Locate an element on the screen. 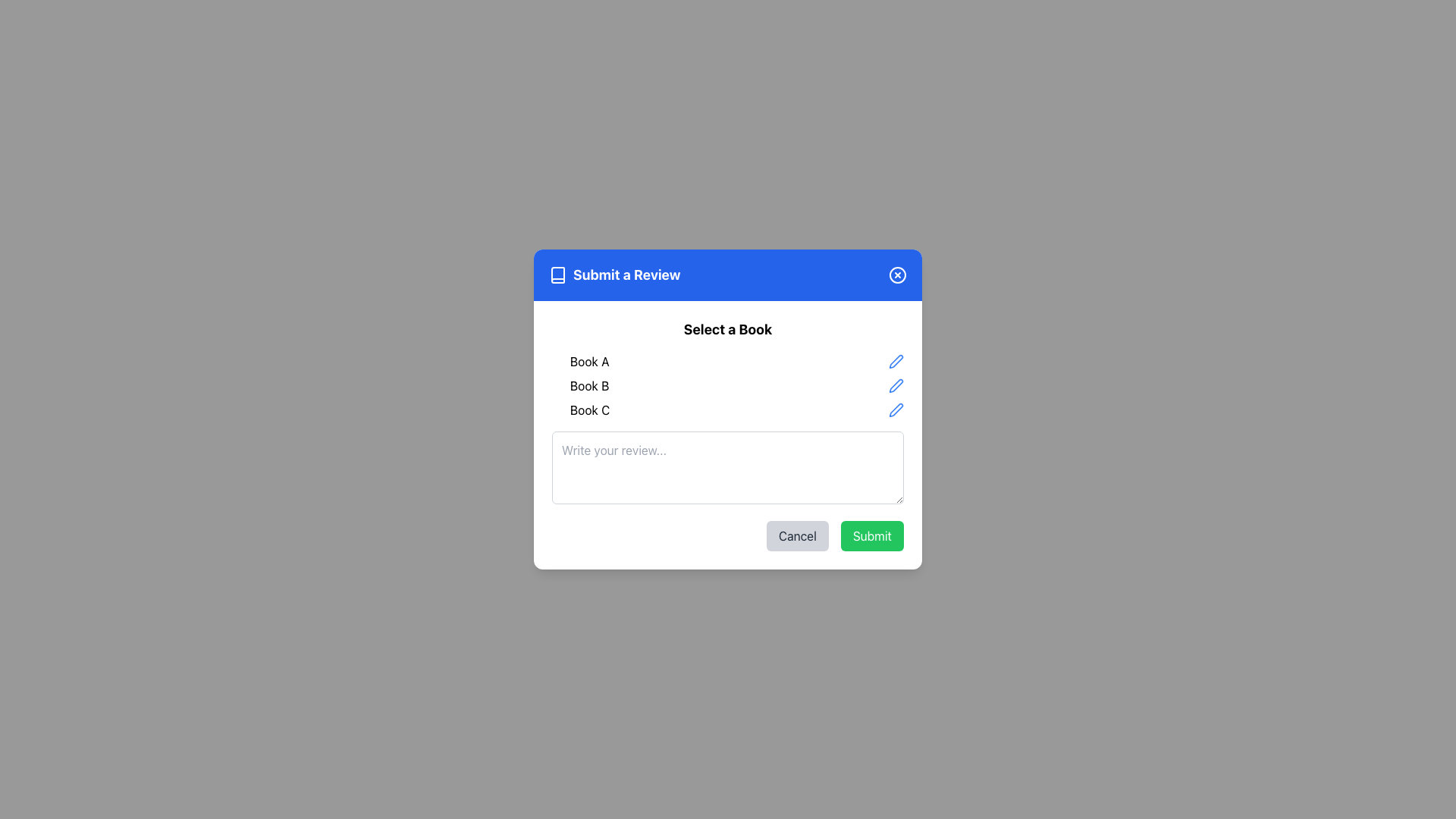 This screenshot has height=819, width=1456. the editing icon located to the right of the 'Book C' text in the list is located at coordinates (896, 409).